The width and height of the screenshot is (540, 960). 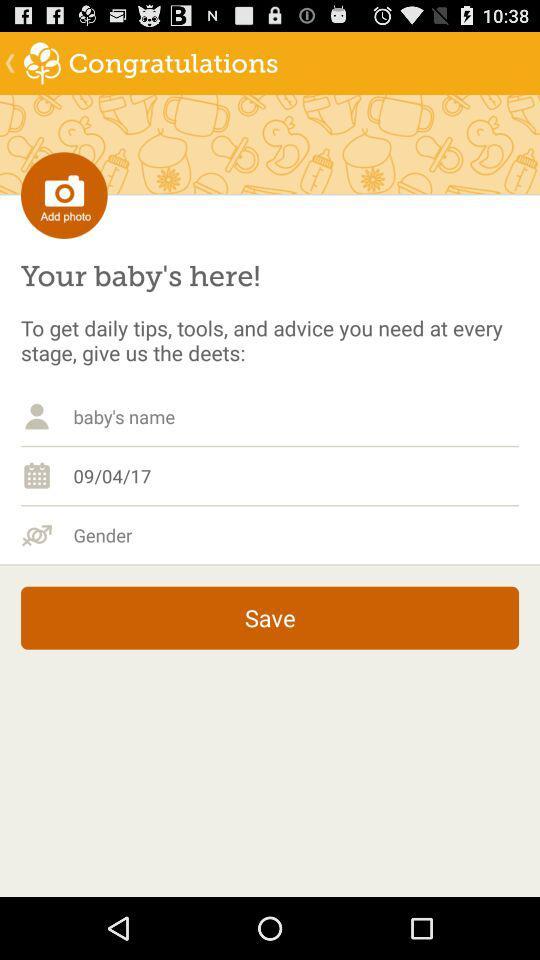 I want to click on choose gender, so click(x=295, y=534).